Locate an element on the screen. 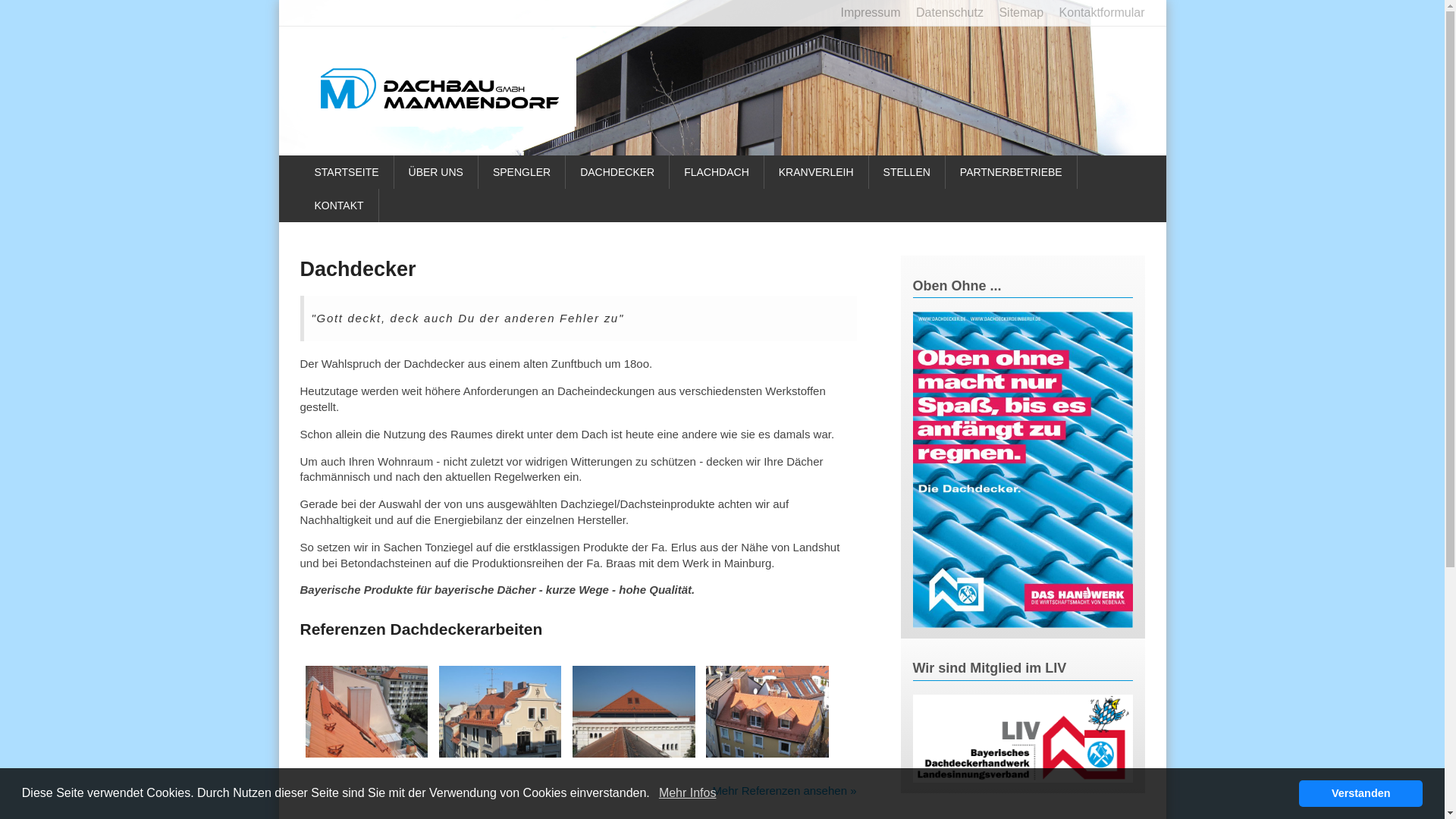 The image size is (1456, 819). 'Impressum' is located at coordinates (864, 12).